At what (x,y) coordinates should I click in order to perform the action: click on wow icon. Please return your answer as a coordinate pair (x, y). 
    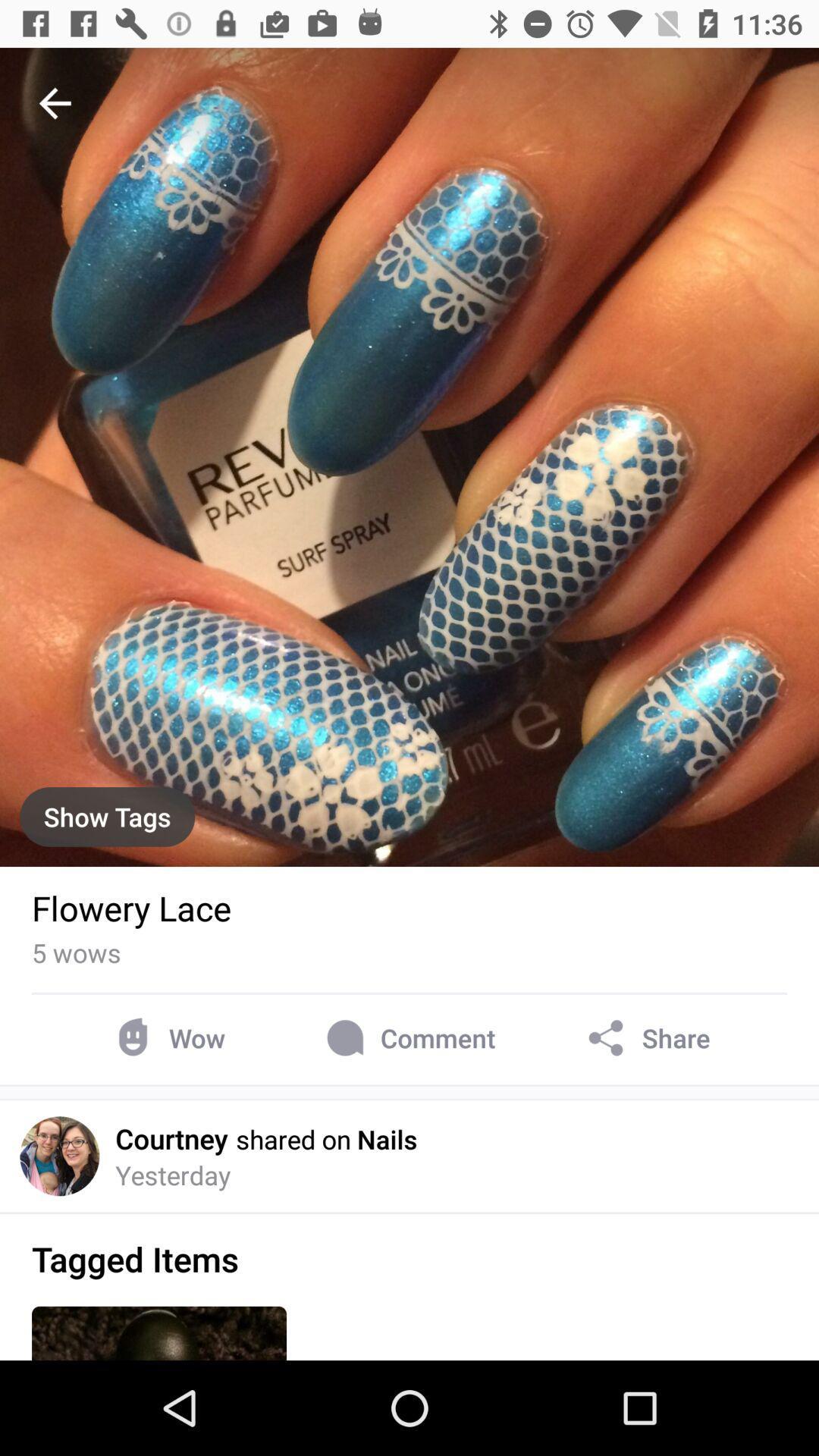
    Looking at the image, I should click on (167, 1037).